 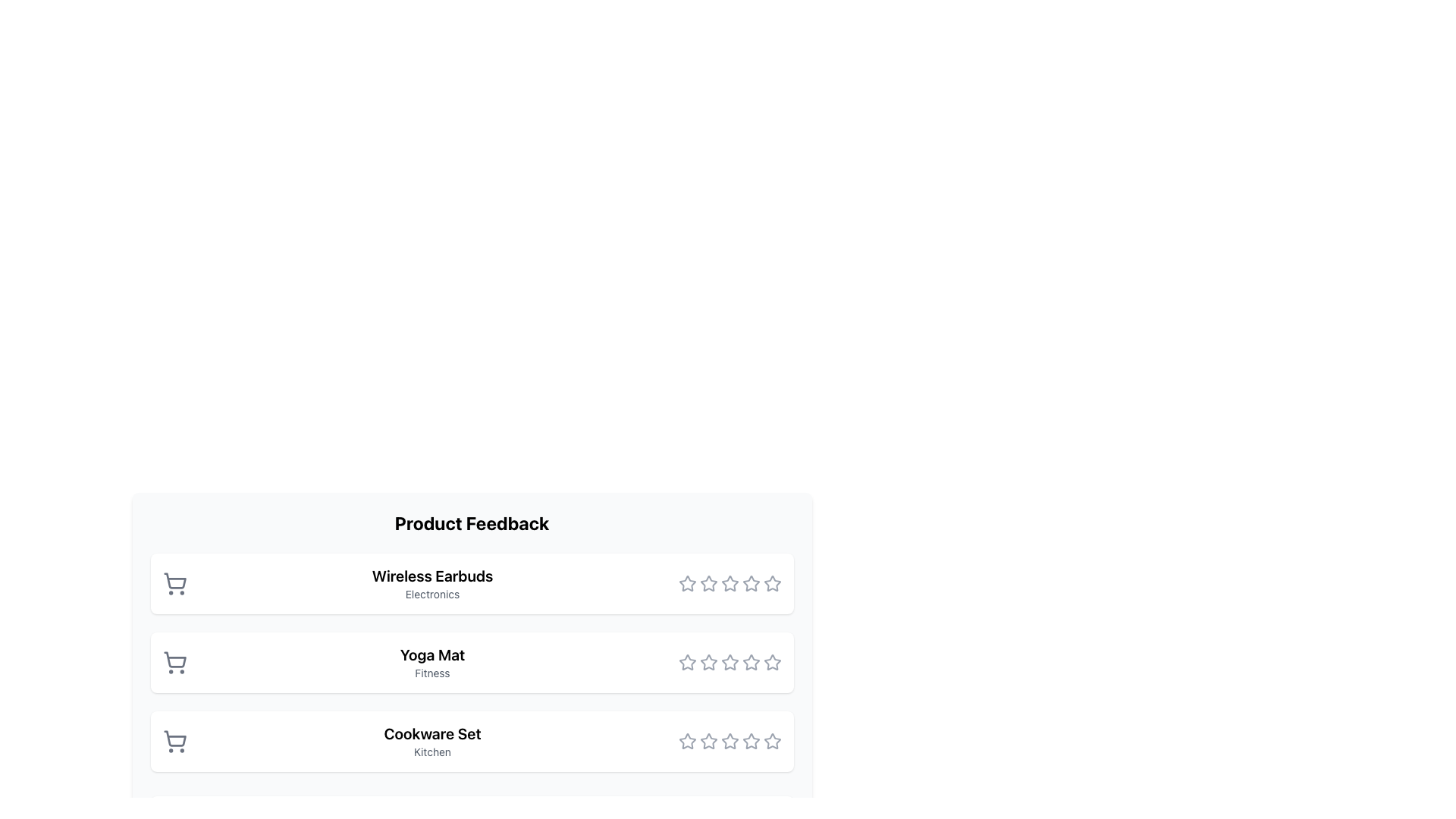 What do you see at coordinates (730, 662) in the screenshot?
I see `the third star in the rating component for the 'Yoga Mat' product` at bounding box center [730, 662].